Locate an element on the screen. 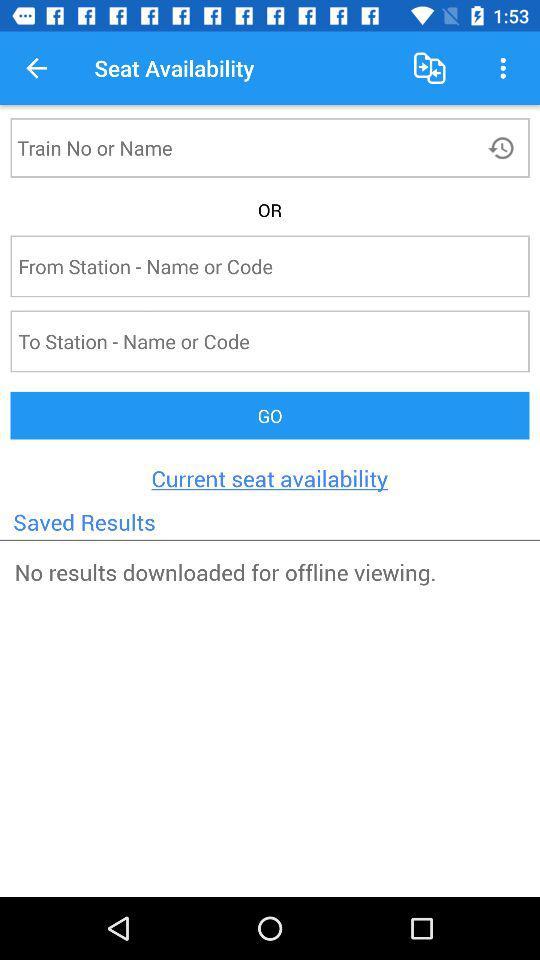 The height and width of the screenshot is (960, 540). history button is located at coordinates (502, 146).